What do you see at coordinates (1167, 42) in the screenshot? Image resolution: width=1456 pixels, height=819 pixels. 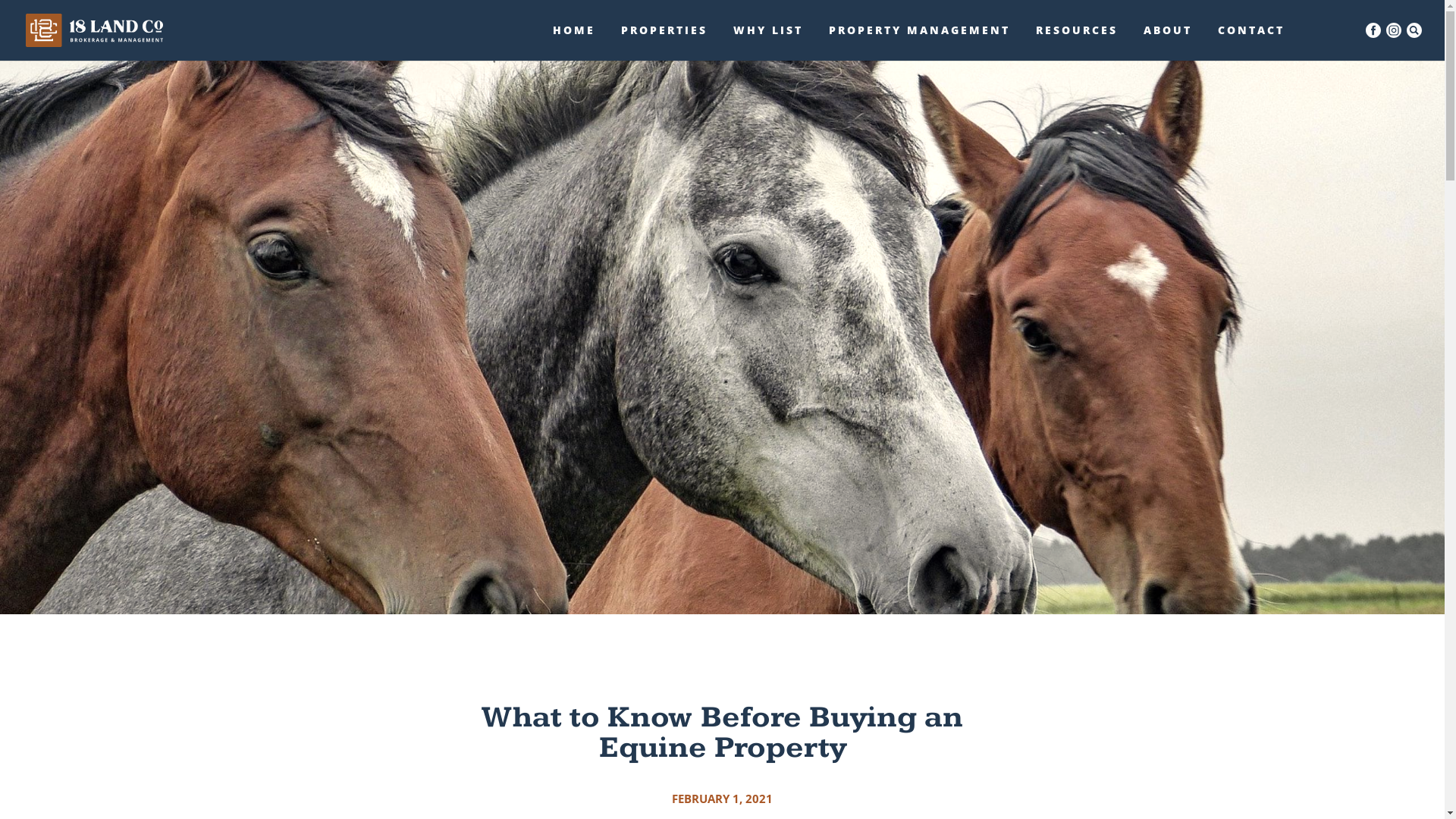 I see `'ABOUT'` at bounding box center [1167, 42].